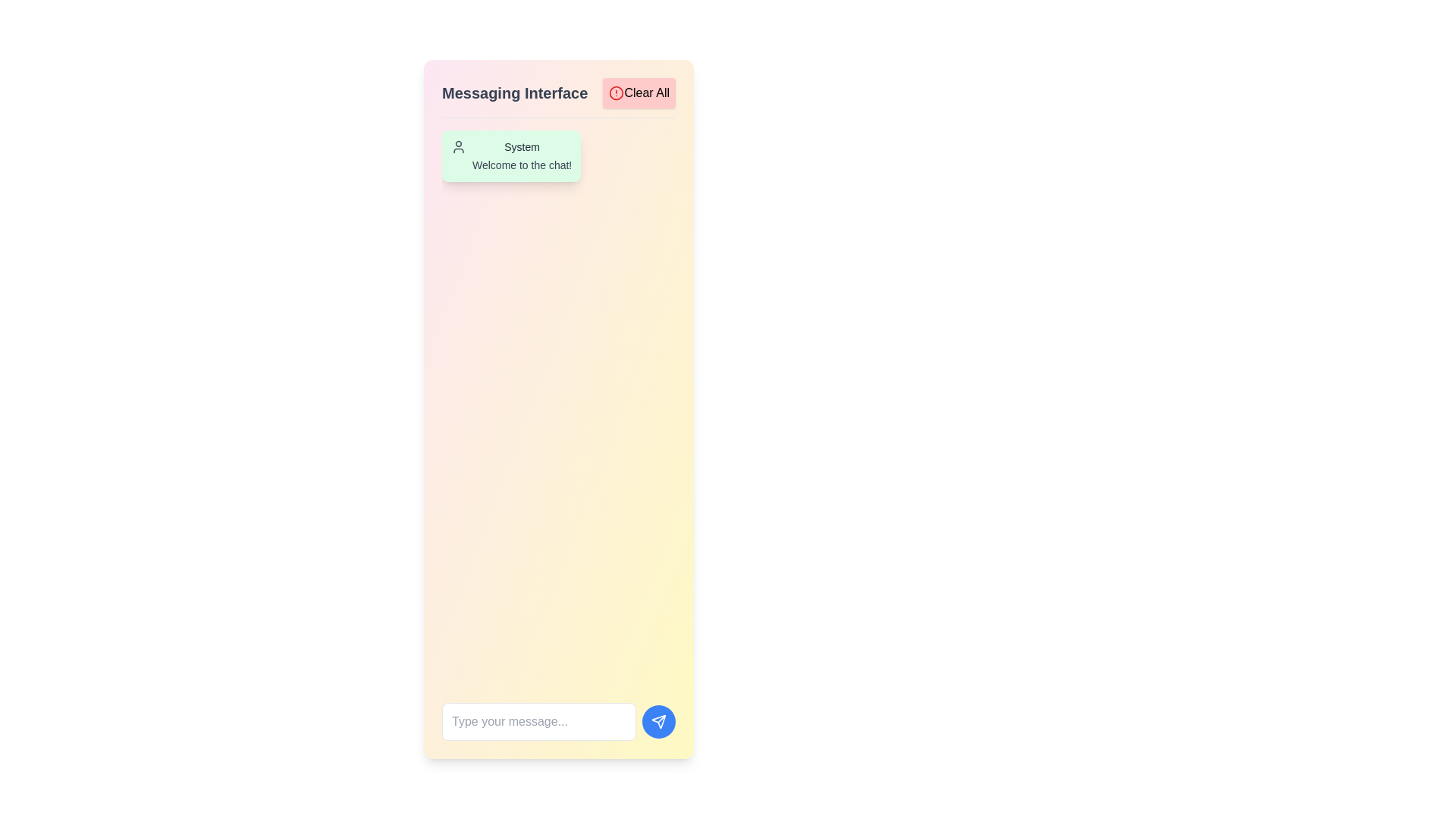 The width and height of the screenshot is (1456, 819). What do you see at coordinates (522, 165) in the screenshot?
I see `the text label displaying 'Welcome to the chat!' which is styled within a light green chat bubble and positioned beneath the 'System' text` at bounding box center [522, 165].